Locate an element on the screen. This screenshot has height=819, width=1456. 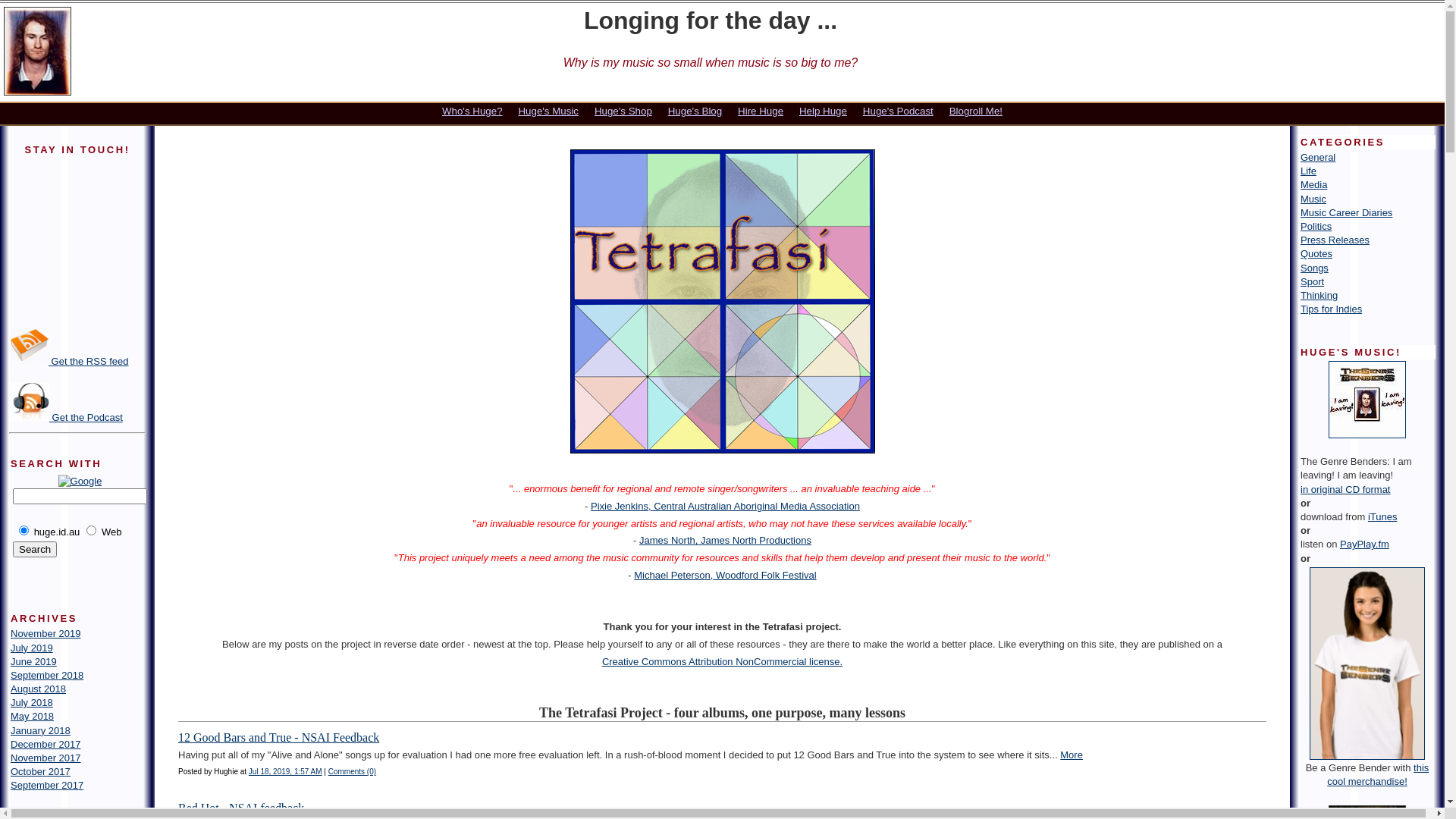
'November 2017' is located at coordinates (11, 758).